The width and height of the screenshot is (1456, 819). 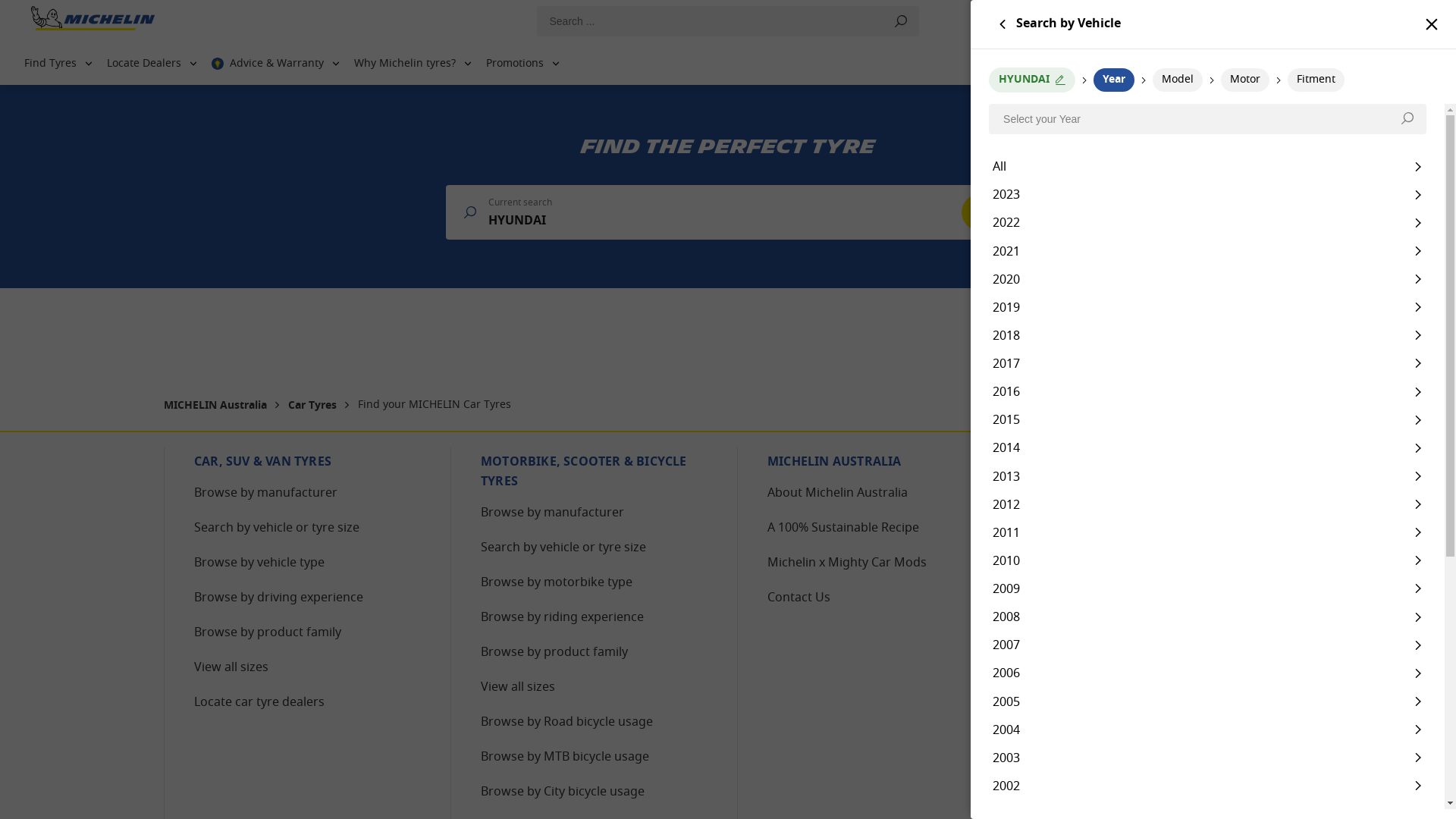 What do you see at coordinates (1113, 80) in the screenshot?
I see `'Year'` at bounding box center [1113, 80].